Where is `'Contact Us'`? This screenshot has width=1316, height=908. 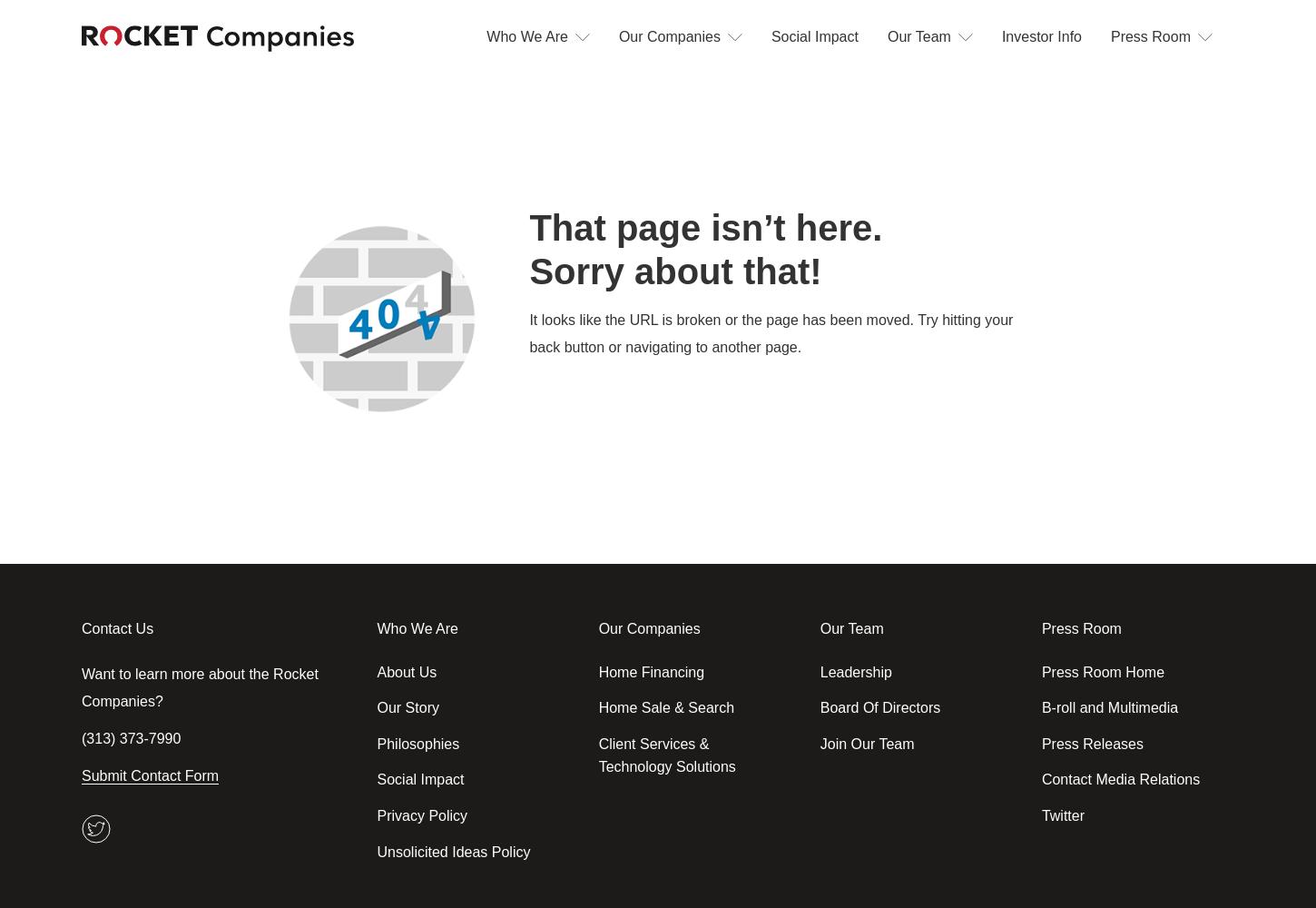 'Contact Us' is located at coordinates (116, 627).